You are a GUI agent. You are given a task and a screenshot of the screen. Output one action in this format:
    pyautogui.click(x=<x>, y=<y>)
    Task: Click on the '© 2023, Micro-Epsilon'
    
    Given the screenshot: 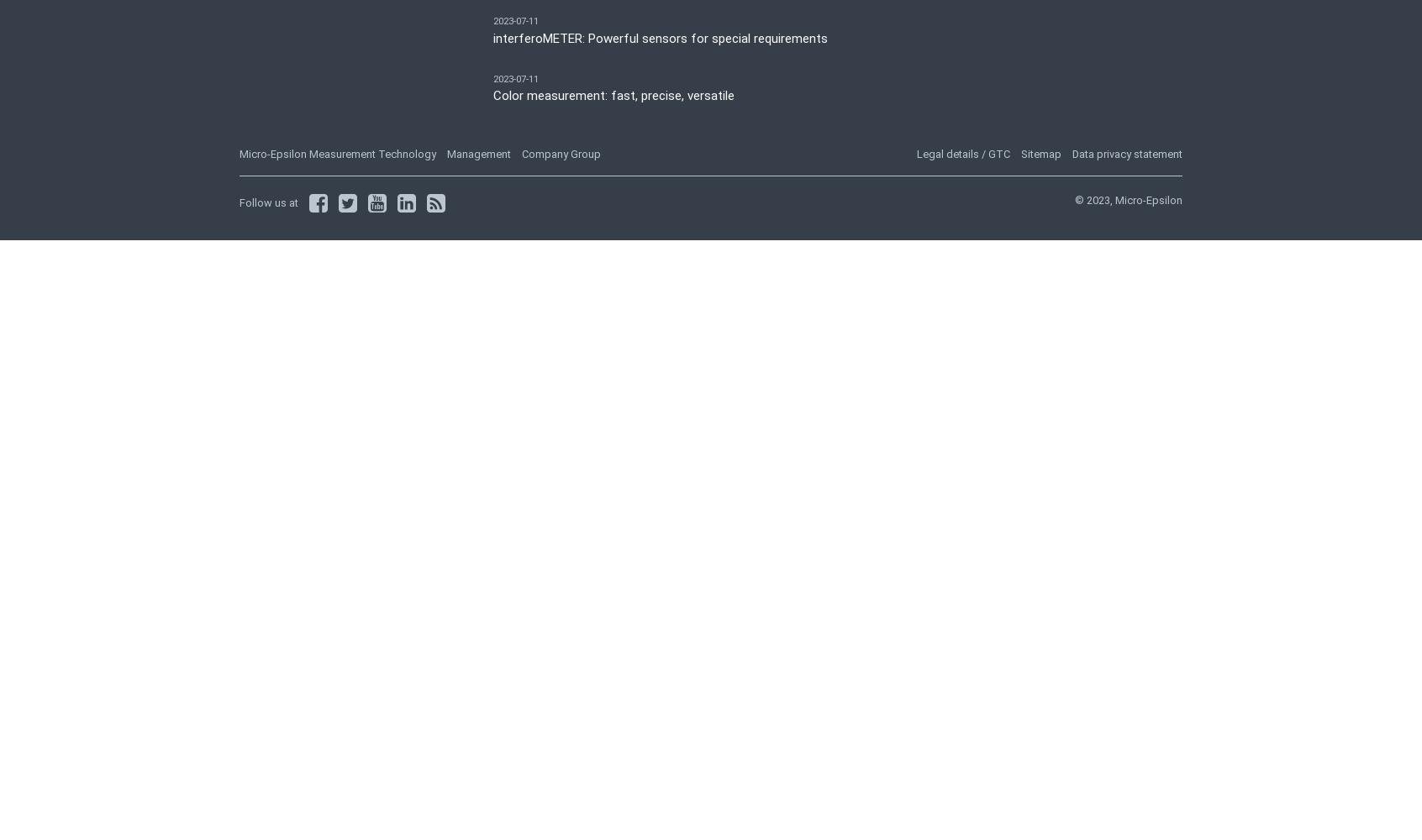 What is the action you would take?
    pyautogui.click(x=1128, y=198)
    